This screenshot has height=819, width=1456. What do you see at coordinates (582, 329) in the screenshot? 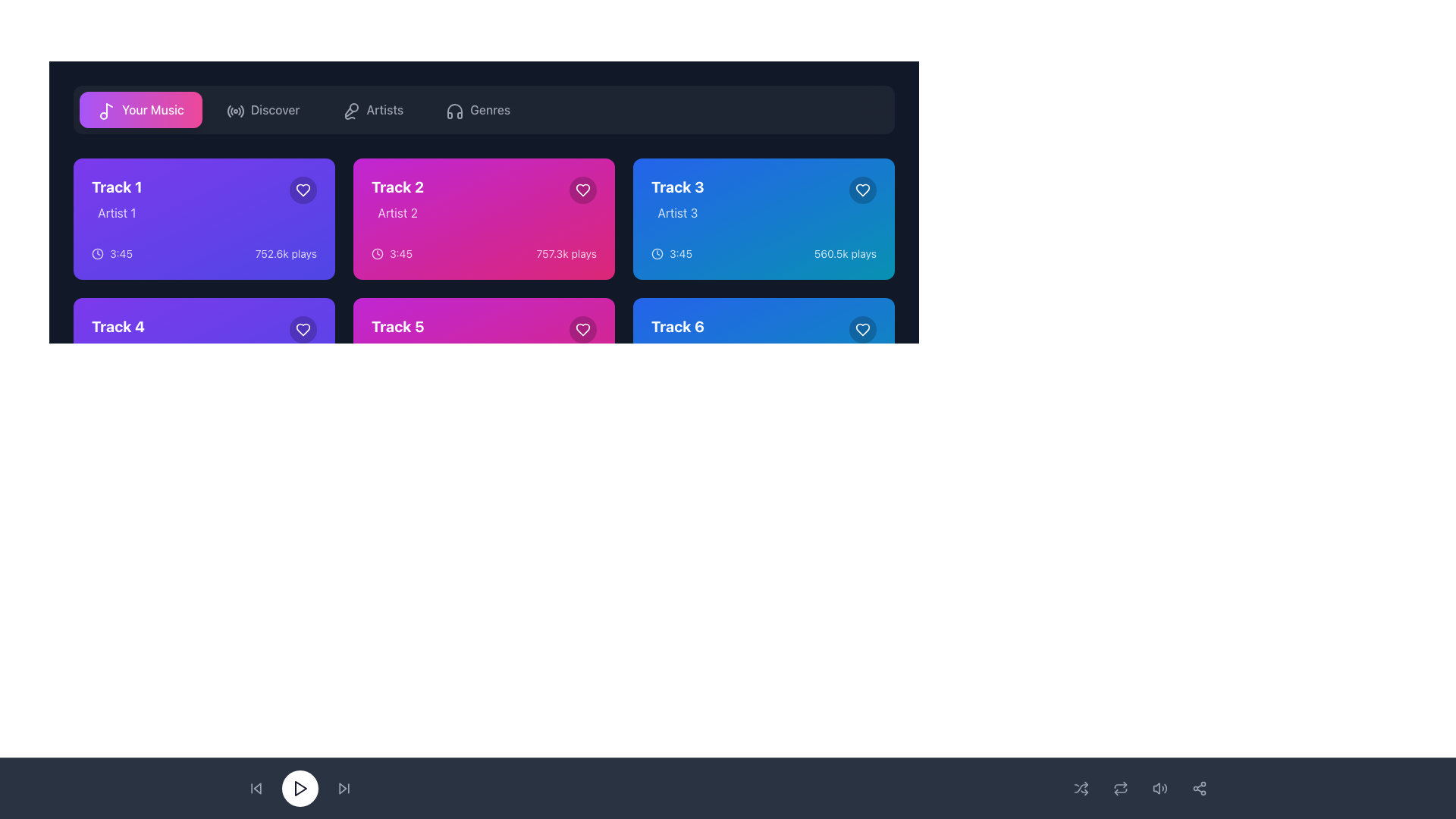
I see `the heart-shaped icon button for 'Track 5' located` at bounding box center [582, 329].